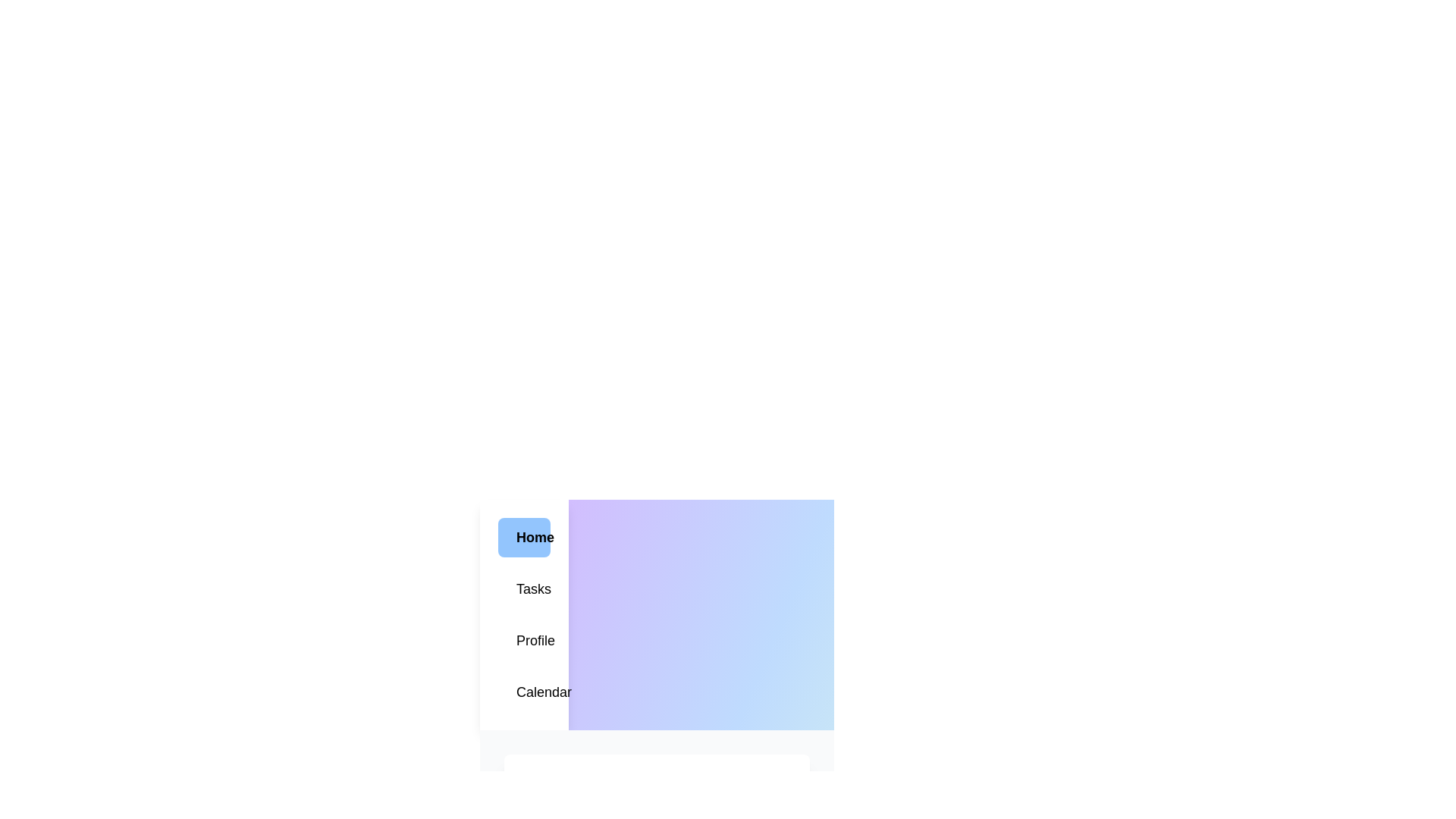 The height and width of the screenshot is (819, 1456). Describe the element at coordinates (524, 692) in the screenshot. I see `the menu item Calendar to observe its hover effect` at that location.